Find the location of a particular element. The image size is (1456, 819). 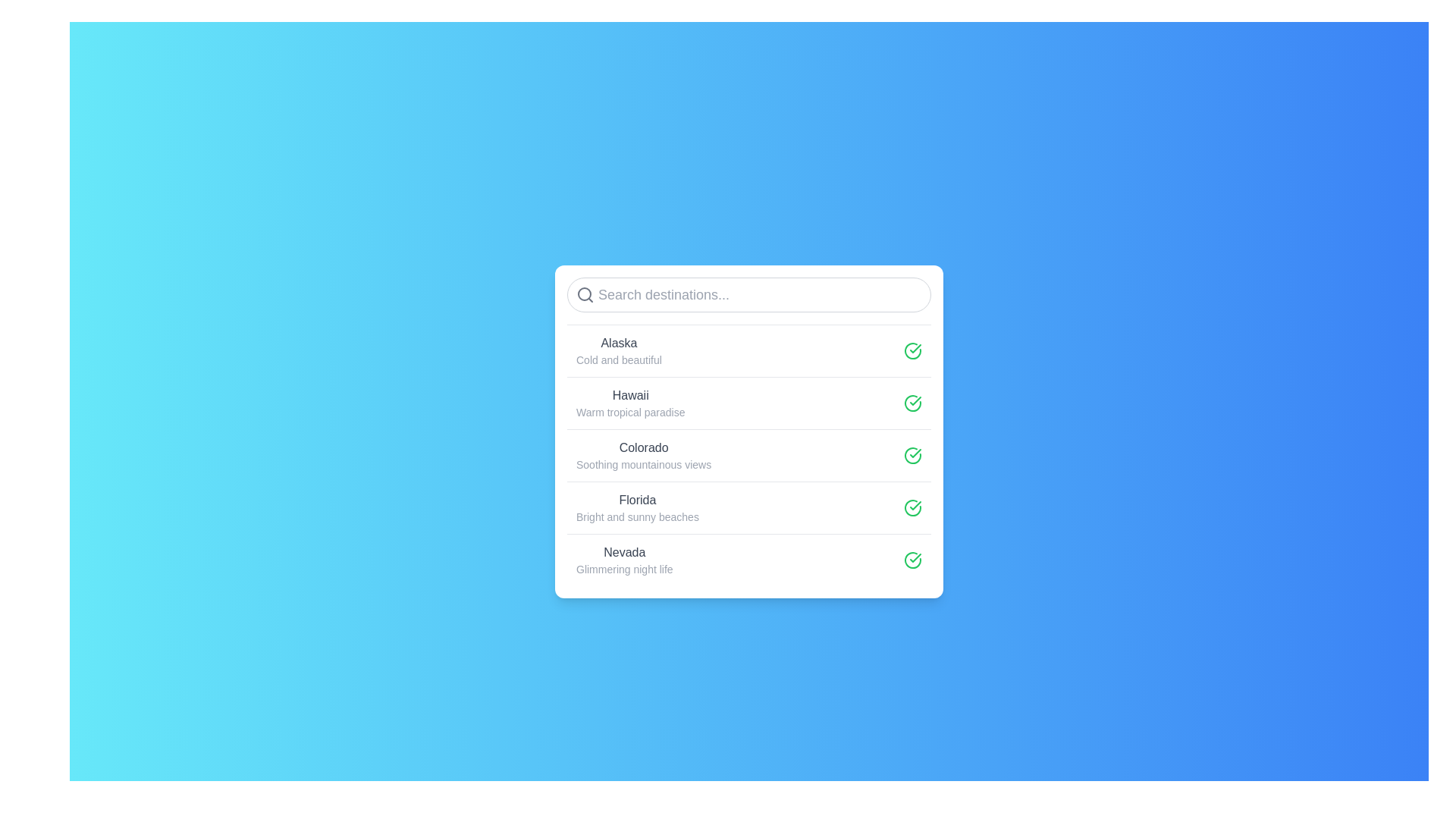

the green circular icon with a checkmark that is positioned to the right of the 'Alaska' label in the topmost row of the destinations list is located at coordinates (912, 350).